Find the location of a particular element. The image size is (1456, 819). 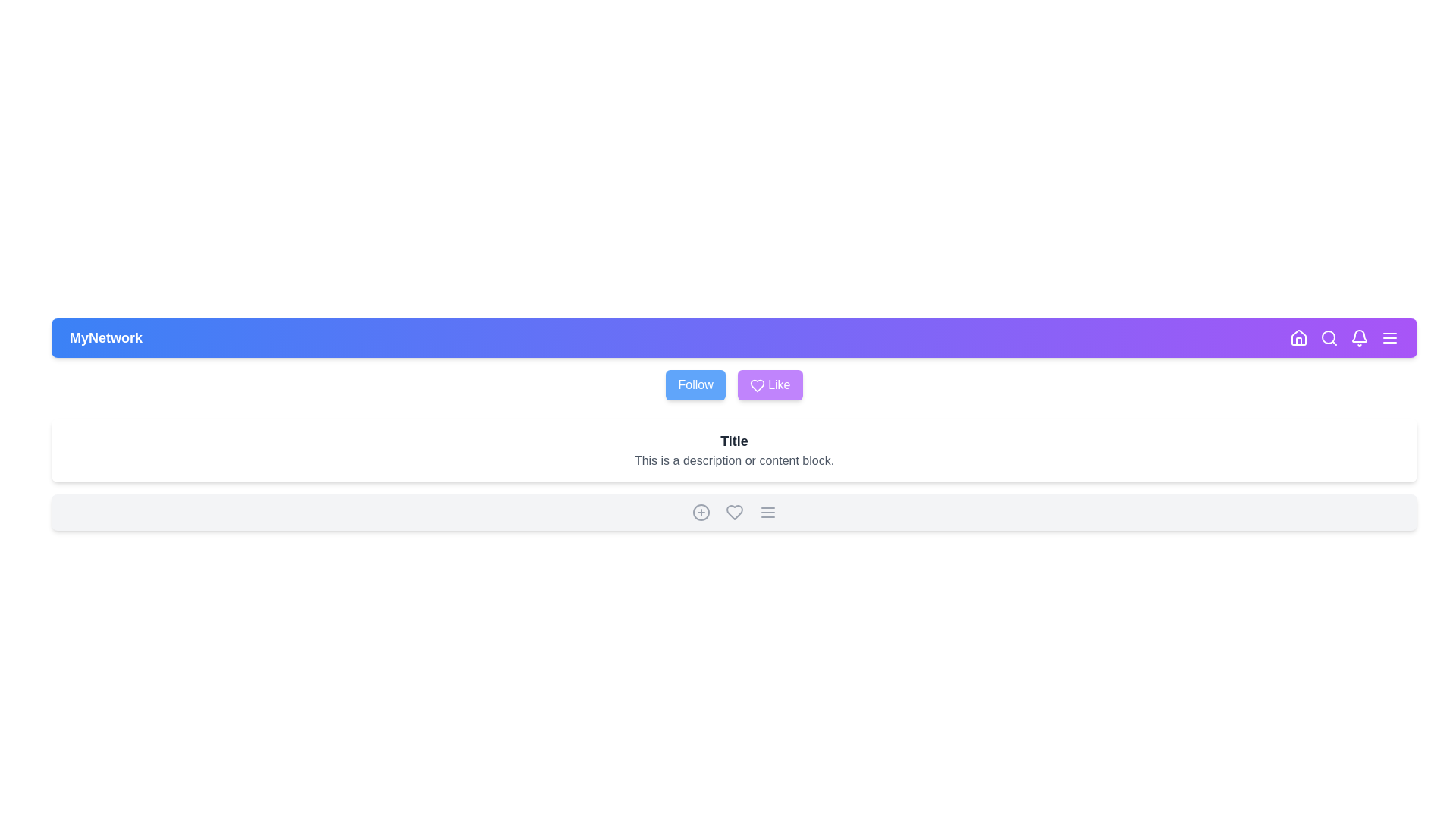

the navigational link titled 'MyNetwork' located on the left-hand side of the header bar is located at coordinates (105, 337).